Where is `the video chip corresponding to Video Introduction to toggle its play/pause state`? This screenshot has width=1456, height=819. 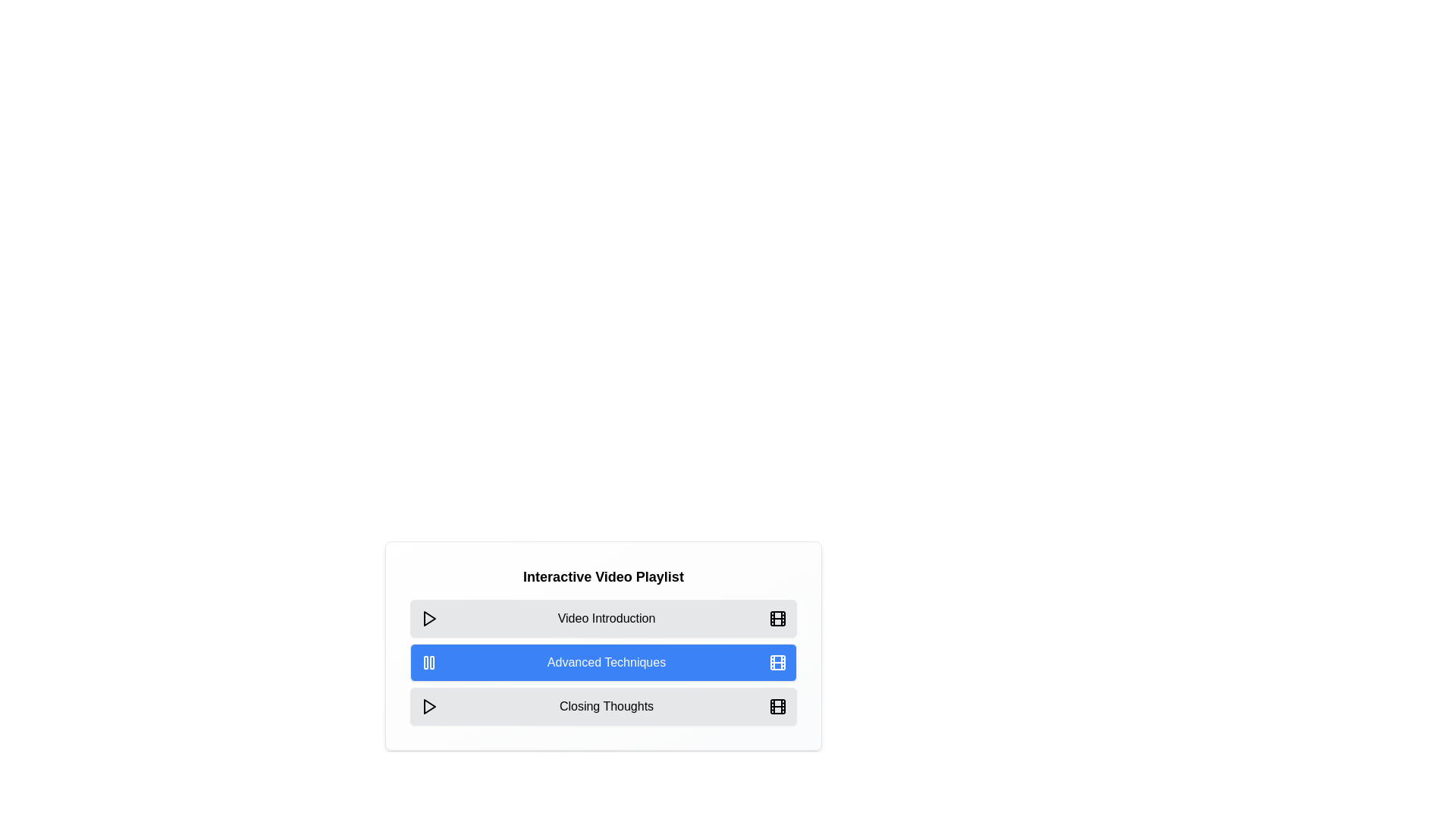
the video chip corresponding to Video Introduction to toggle its play/pause state is located at coordinates (603, 619).